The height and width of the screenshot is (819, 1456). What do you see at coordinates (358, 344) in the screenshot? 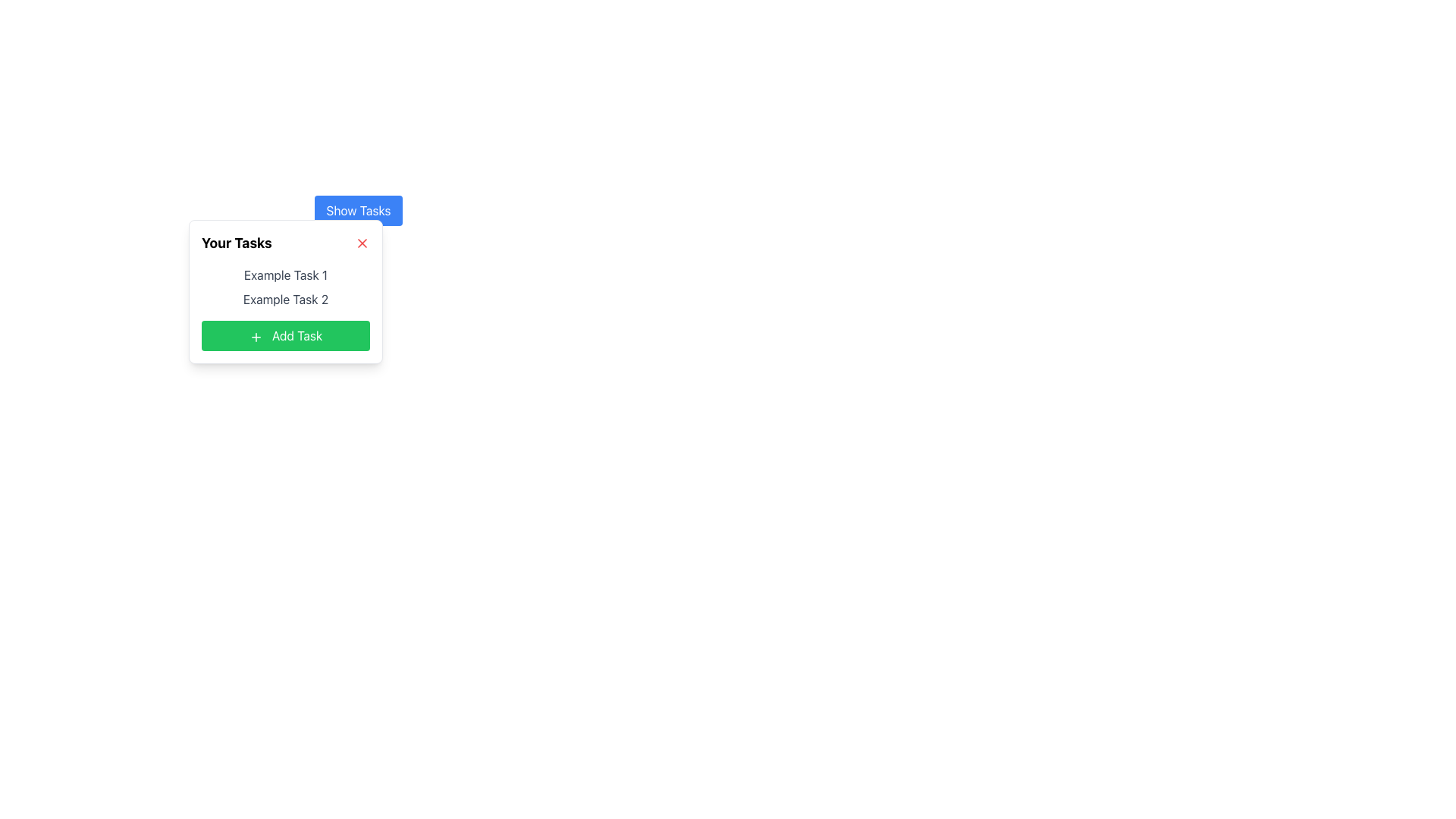
I see `the 'Your Tasks' panel` at bounding box center [358, 344].